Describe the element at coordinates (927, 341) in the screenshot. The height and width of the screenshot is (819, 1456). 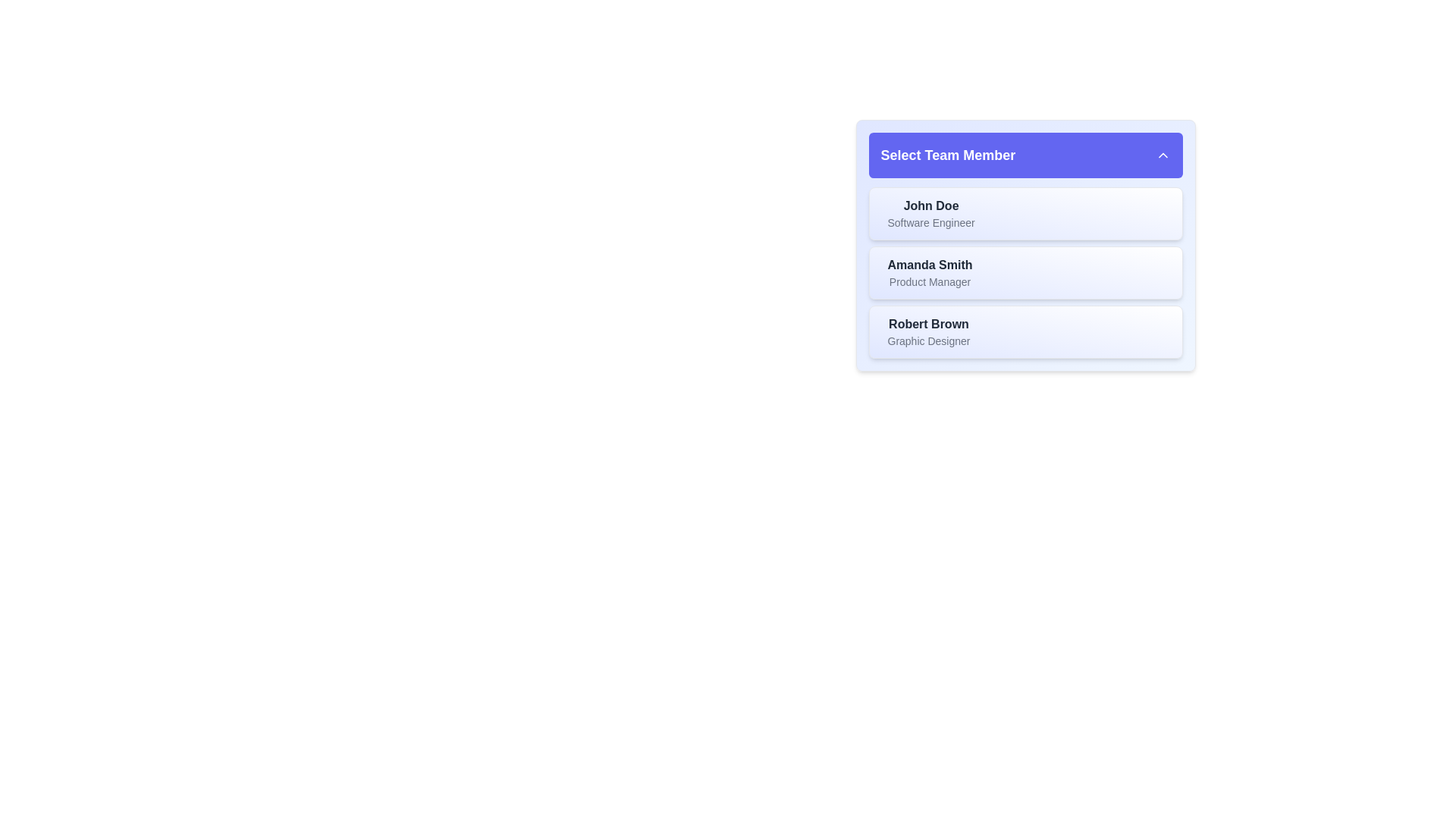
I see `text label indicating the role or occupation of Robert Brown, which is positioned underneath his name in the bottom section of the entry` at that location.